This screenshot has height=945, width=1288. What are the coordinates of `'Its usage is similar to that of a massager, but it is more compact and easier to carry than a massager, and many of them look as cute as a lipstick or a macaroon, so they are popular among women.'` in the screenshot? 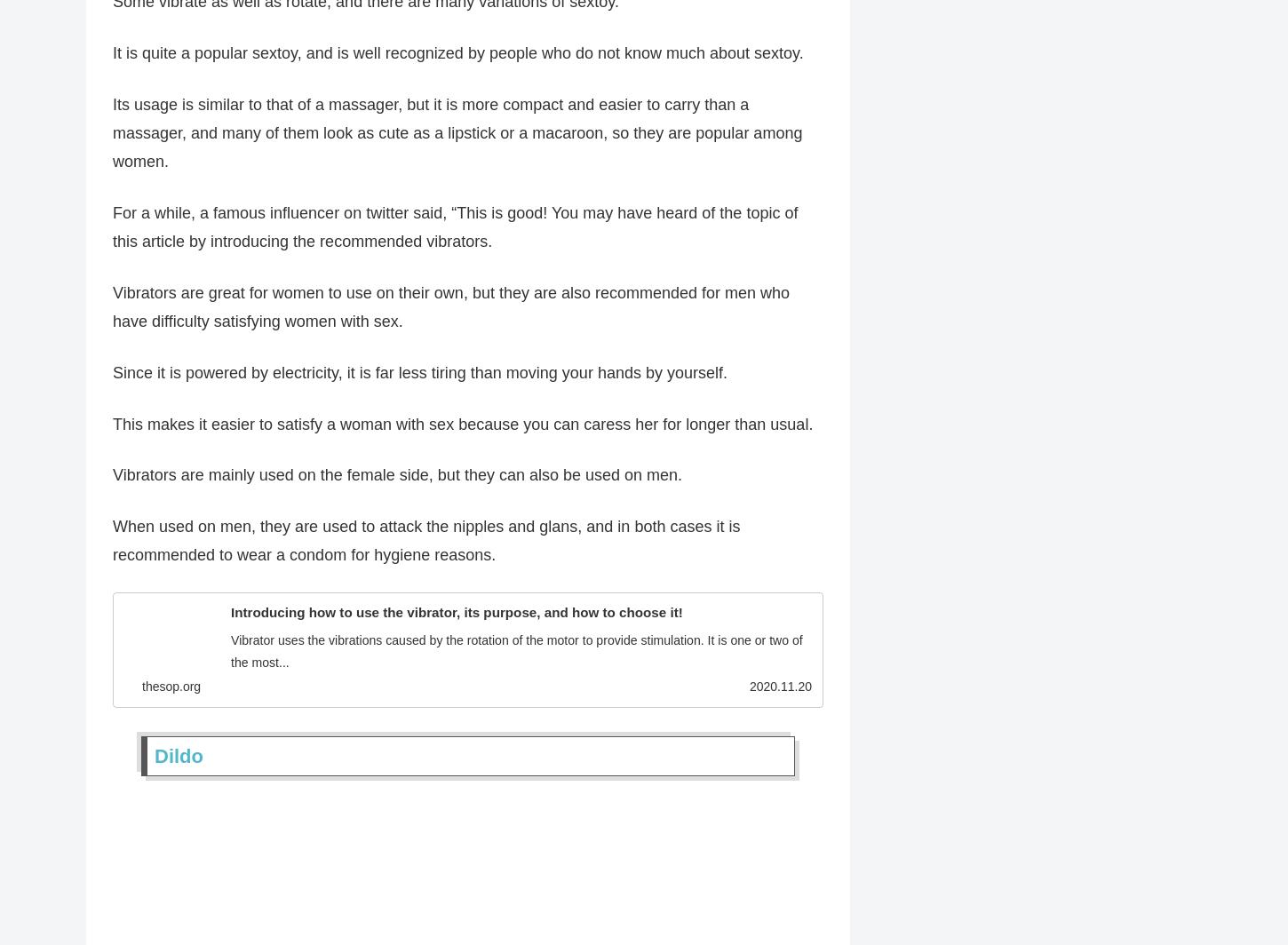 It's located at (112, 139).